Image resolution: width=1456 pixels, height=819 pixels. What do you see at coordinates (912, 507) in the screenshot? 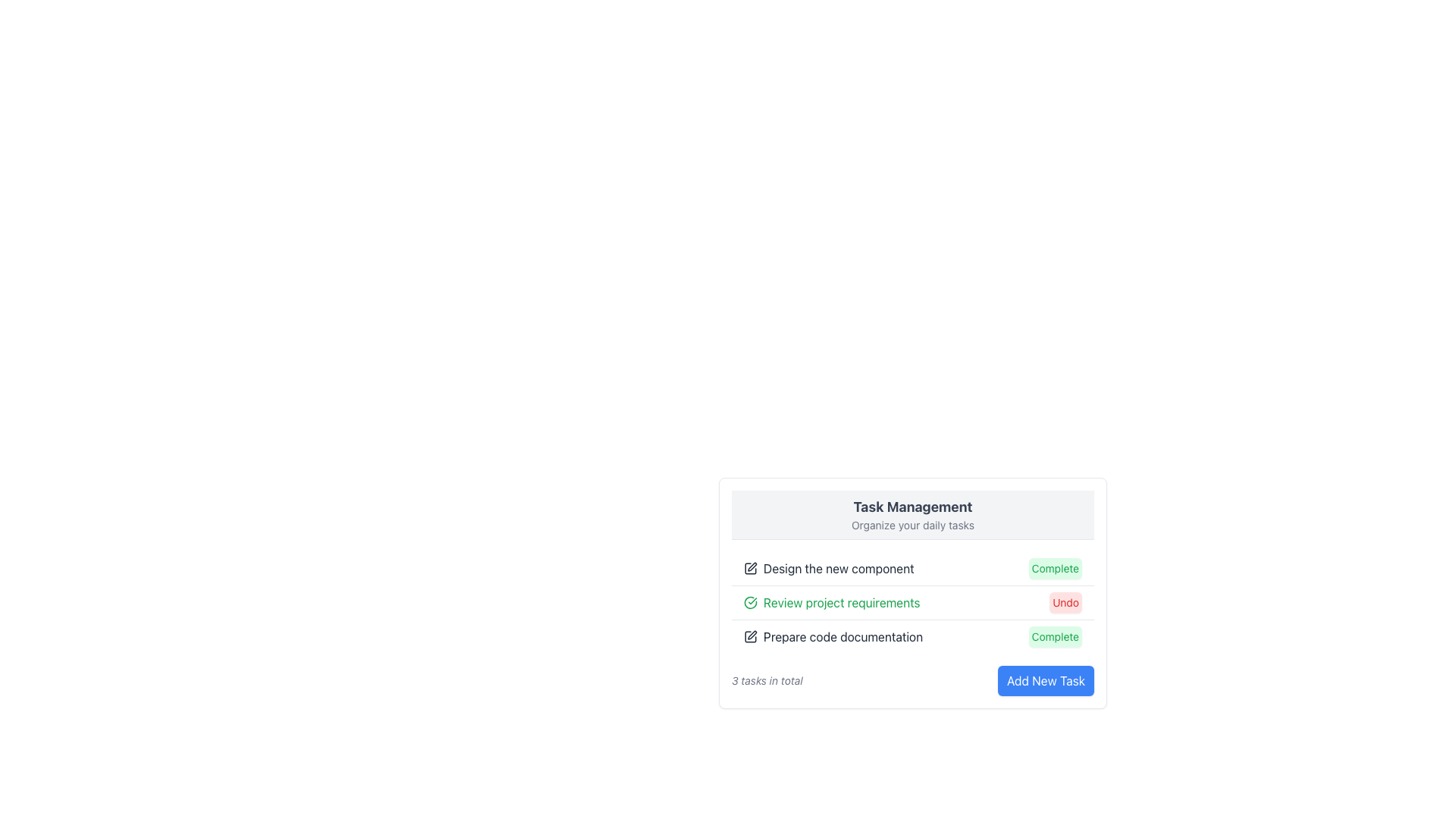
I see `the title text indicating the purpose of the task management section, which is positioned above the text 'Organize your daily tasks'` at bounding box center [912, 507].